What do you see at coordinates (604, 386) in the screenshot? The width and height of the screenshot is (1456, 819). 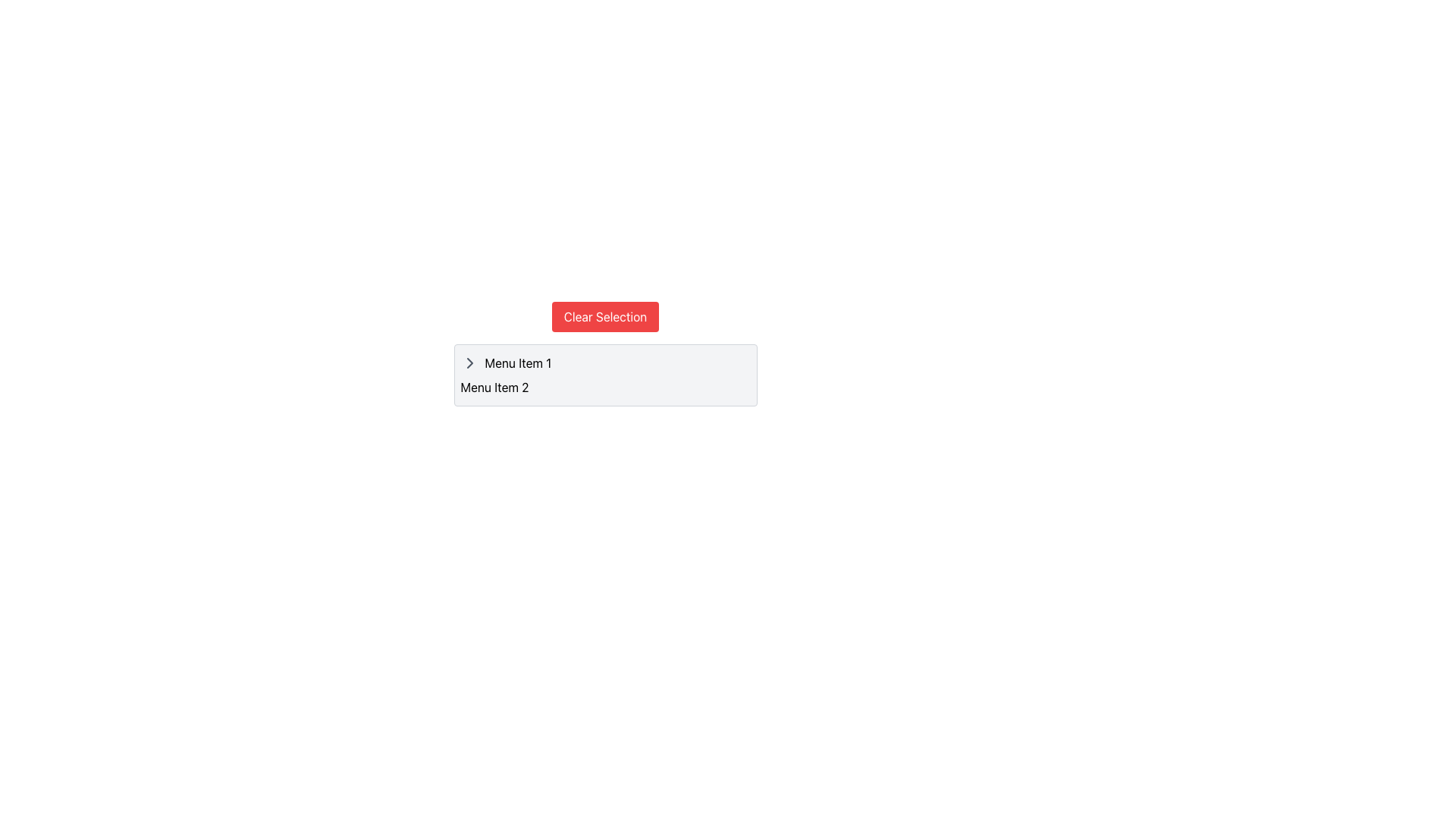 I see `the second menu item in the vertical list` at bounding box center [604, 386].